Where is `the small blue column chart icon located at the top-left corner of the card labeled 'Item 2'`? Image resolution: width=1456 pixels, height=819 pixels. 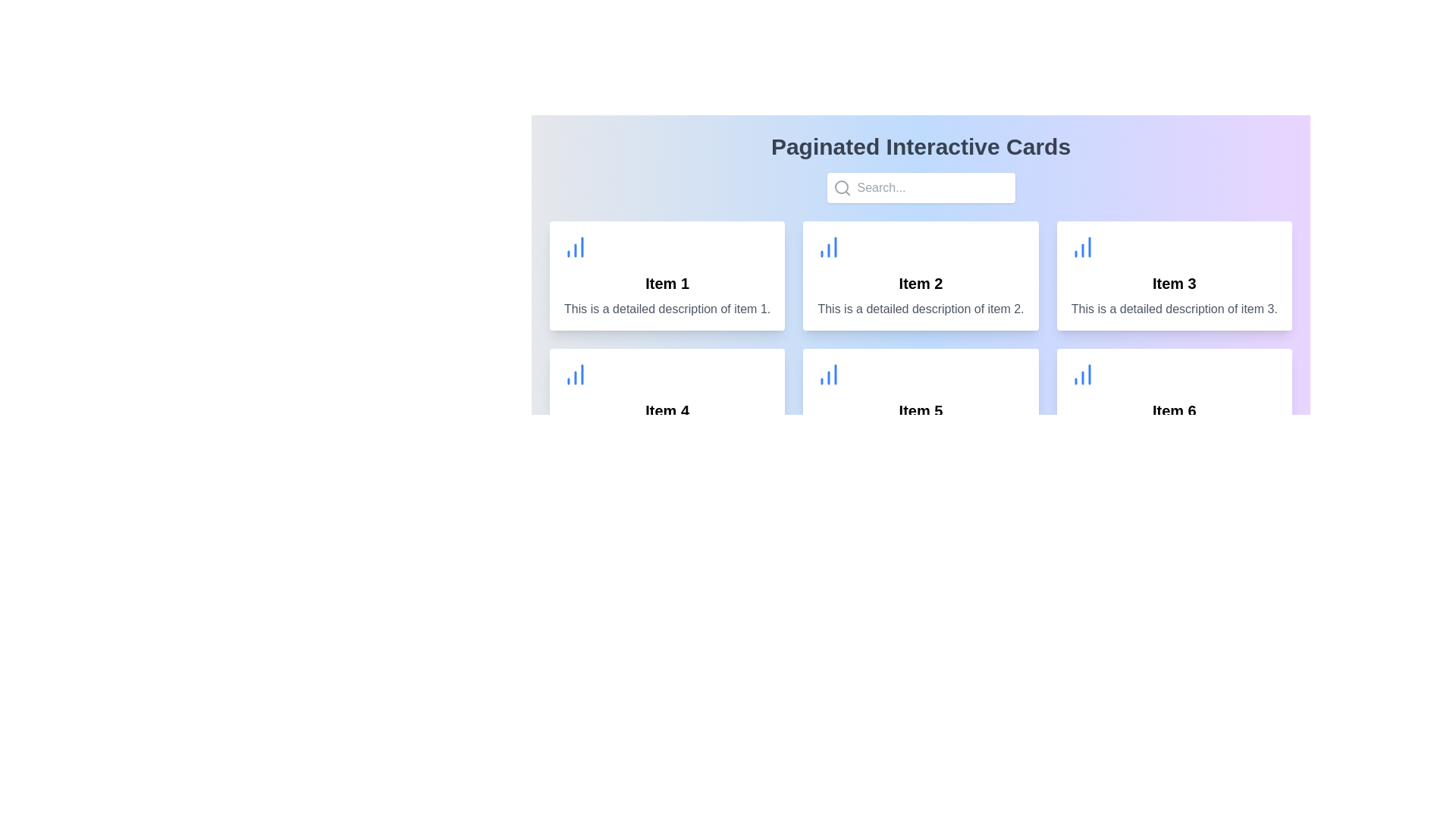 the small blue column chart icon located at the top-left corner of the card labeled 'Item 2' is located at coordinates (828, 246).